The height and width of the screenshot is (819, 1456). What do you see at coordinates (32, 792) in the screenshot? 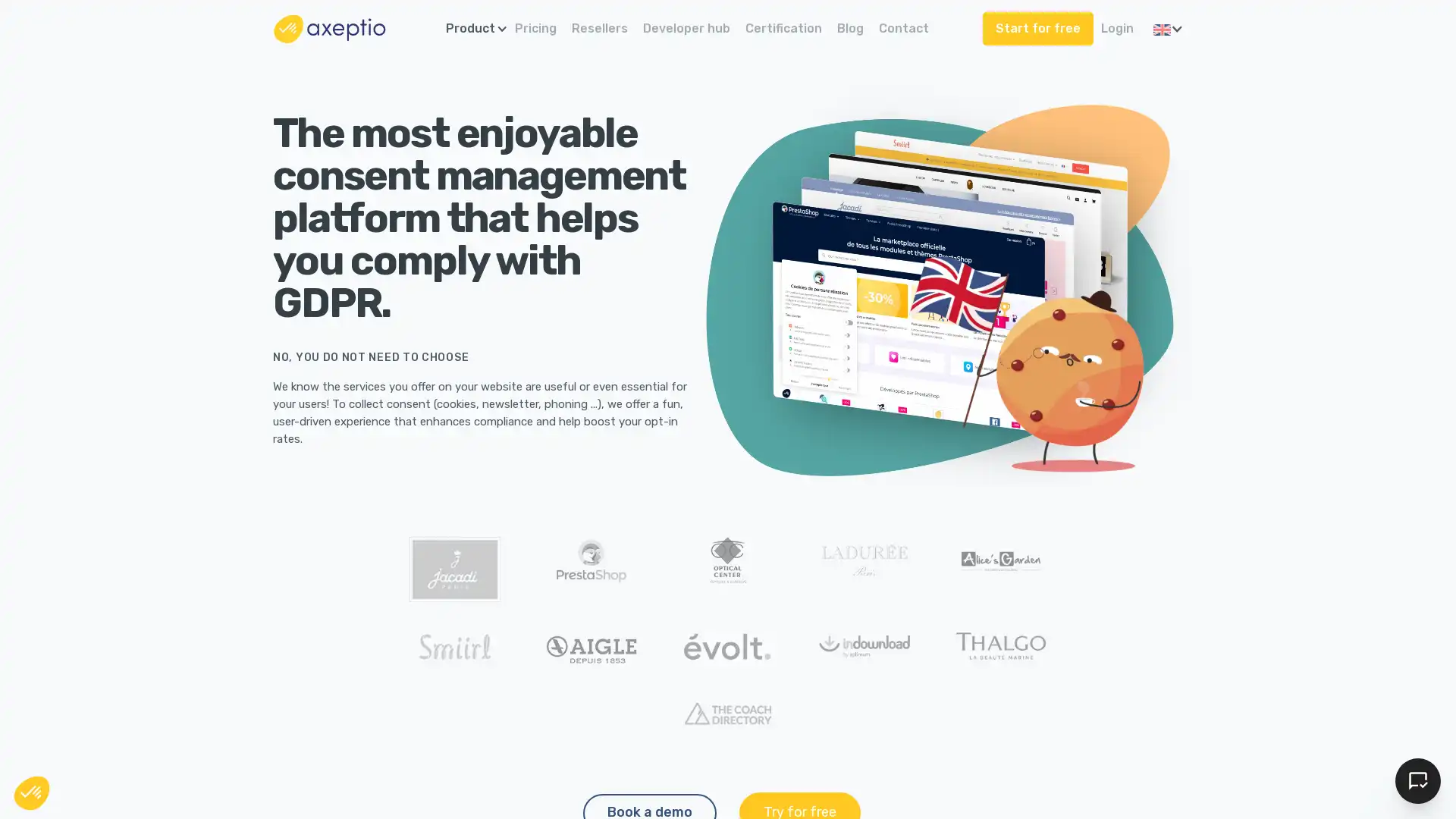
I see `Close` at bounding box center [32, 792].